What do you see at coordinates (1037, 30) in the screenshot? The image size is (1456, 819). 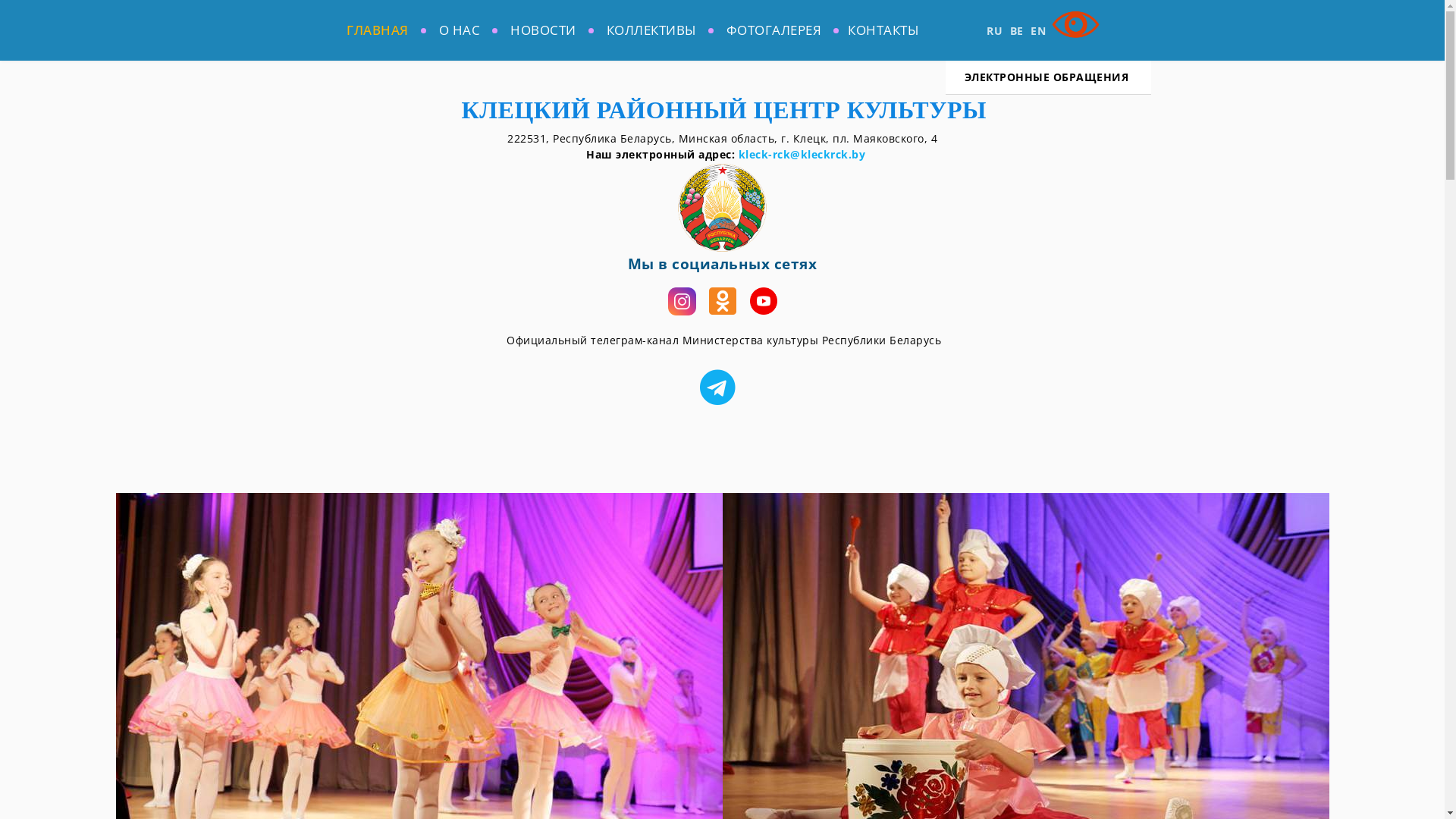 I see `'EN'` at bounding box center [1037, 30].